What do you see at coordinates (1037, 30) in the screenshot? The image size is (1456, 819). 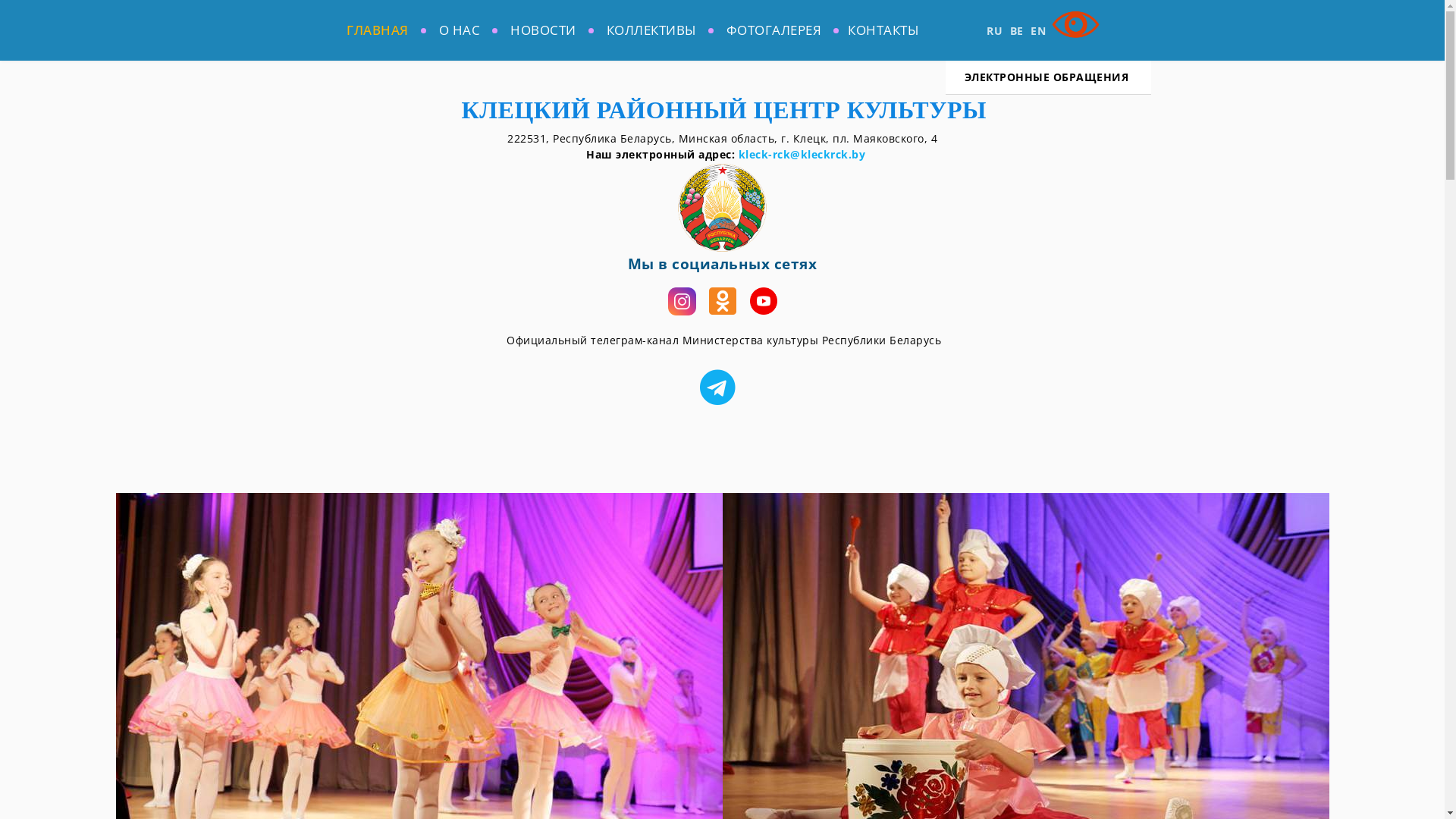 I see `'EN'` at bounding box center [1037, 30].